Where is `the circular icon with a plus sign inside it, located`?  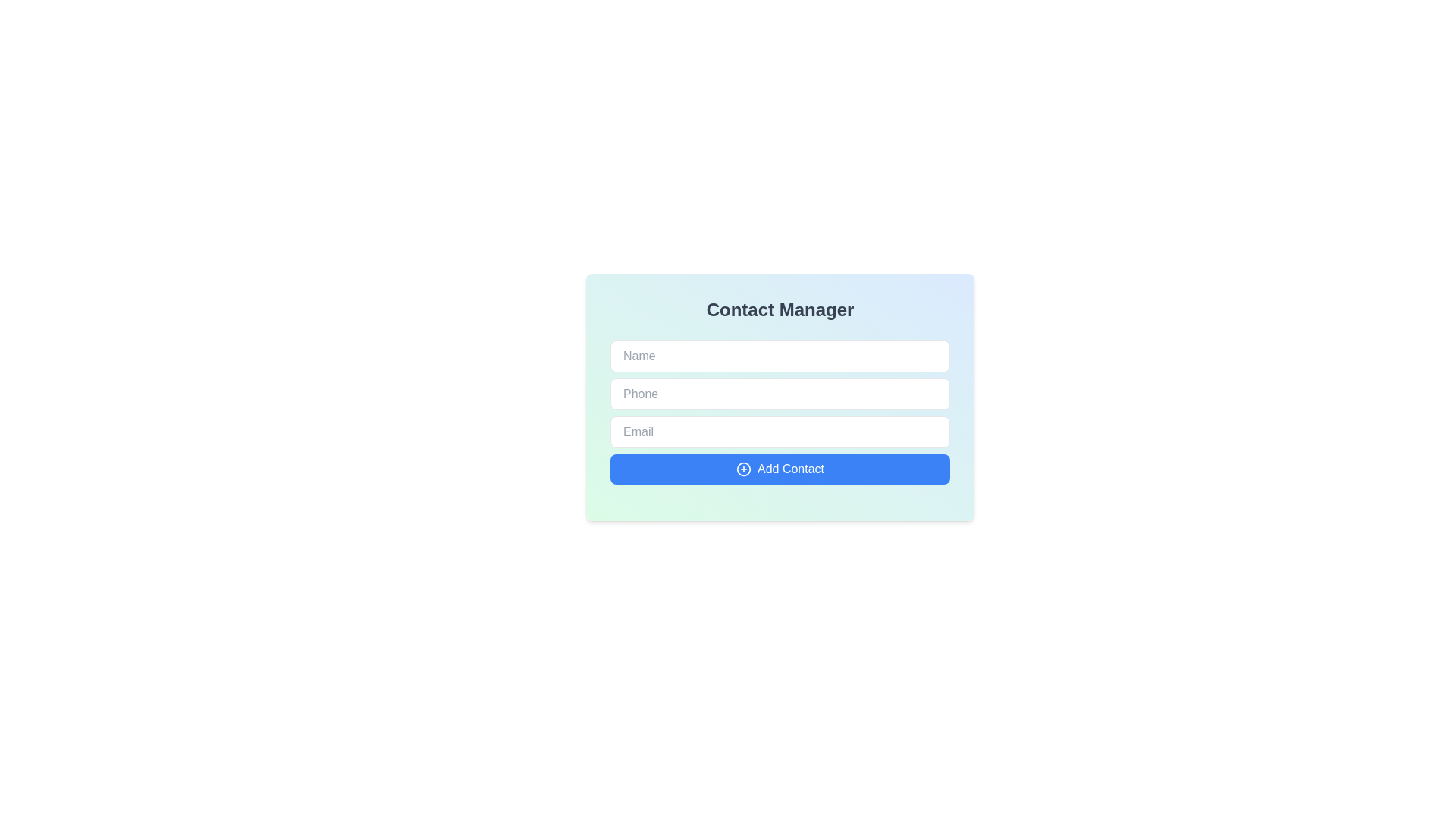
the circular icon with a plus sign inside it, located is located at coordinates (743, 468).